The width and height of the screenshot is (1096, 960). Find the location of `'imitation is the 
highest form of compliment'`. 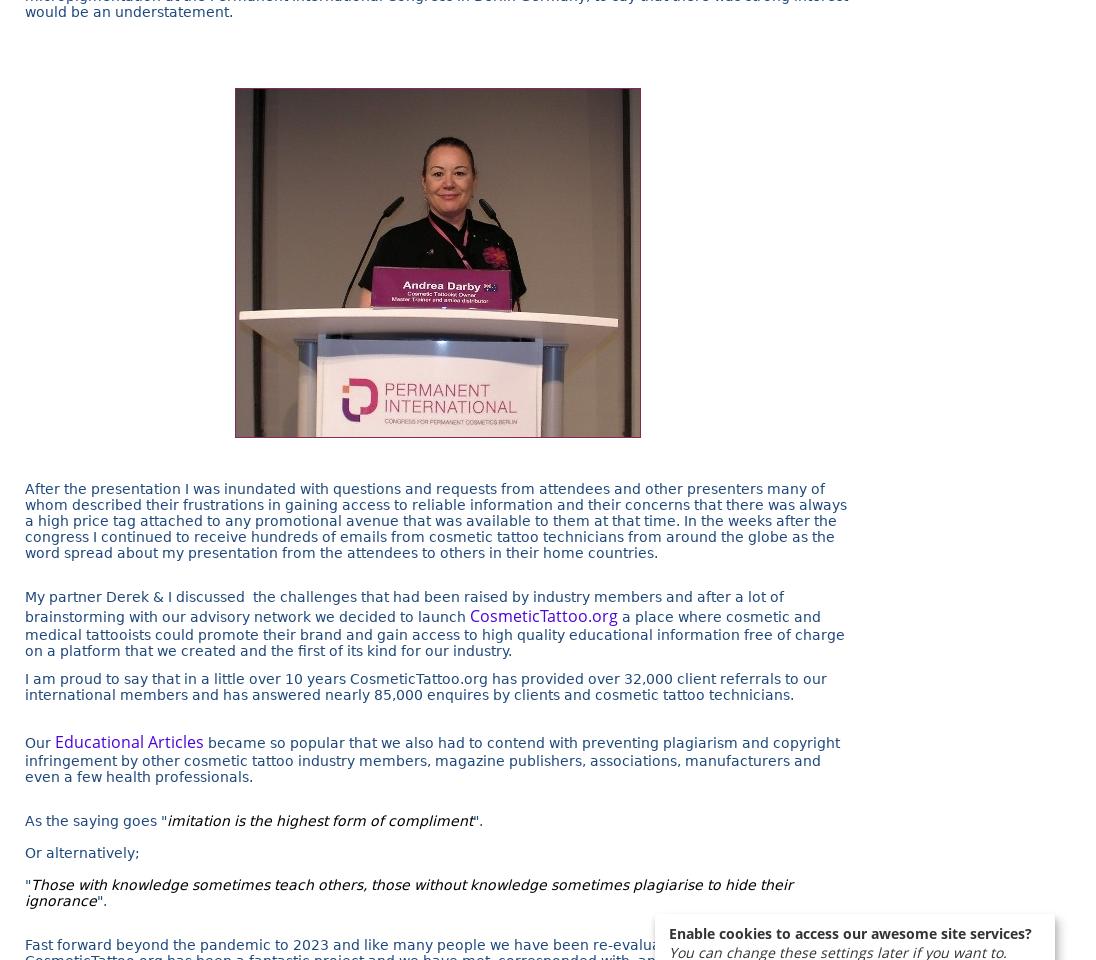

'imitation is the 
highest form of compliment' is located at coordinates (319, 820).